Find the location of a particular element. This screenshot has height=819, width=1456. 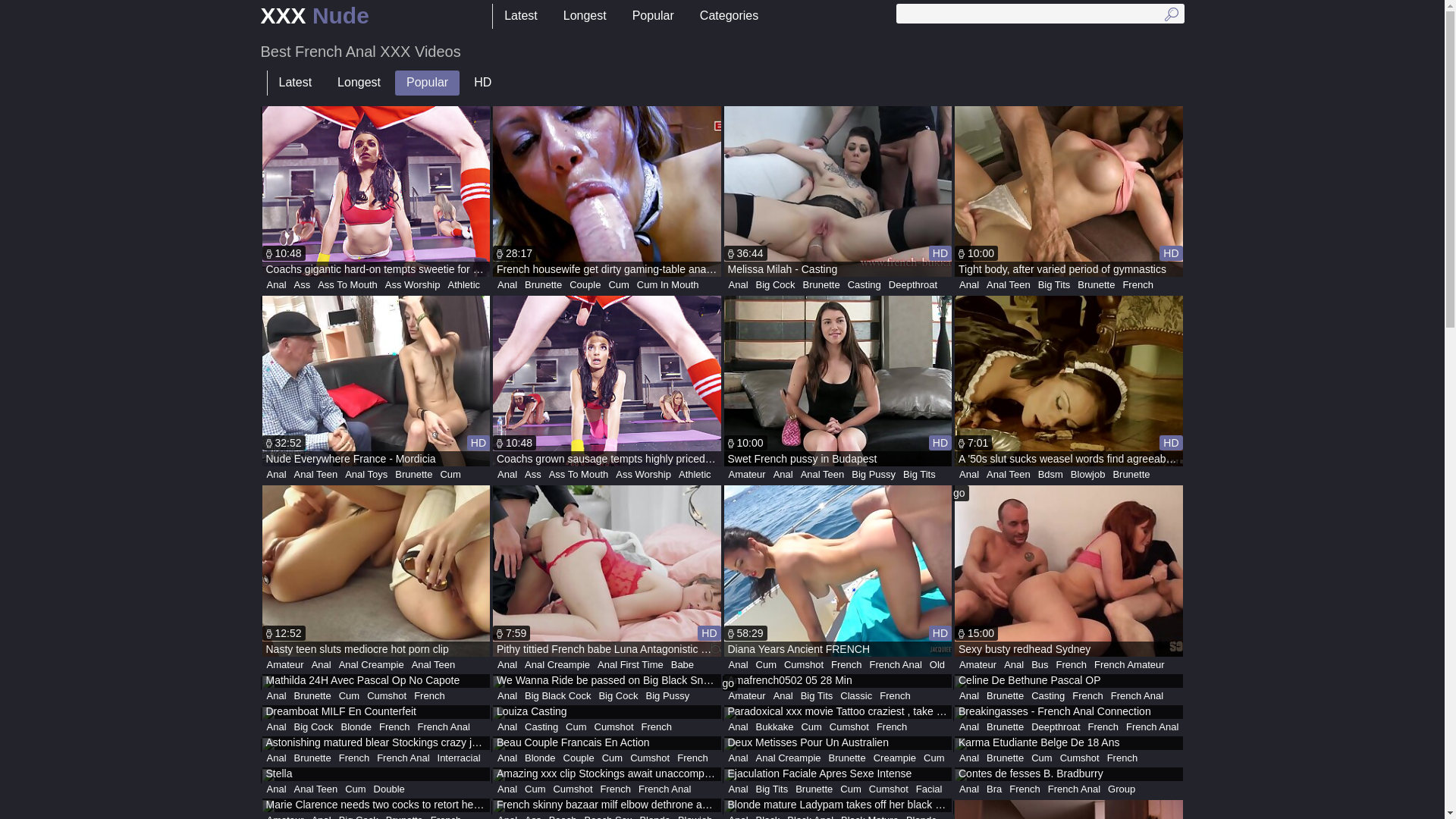

'Classic' is located at coordinates (855, 696).